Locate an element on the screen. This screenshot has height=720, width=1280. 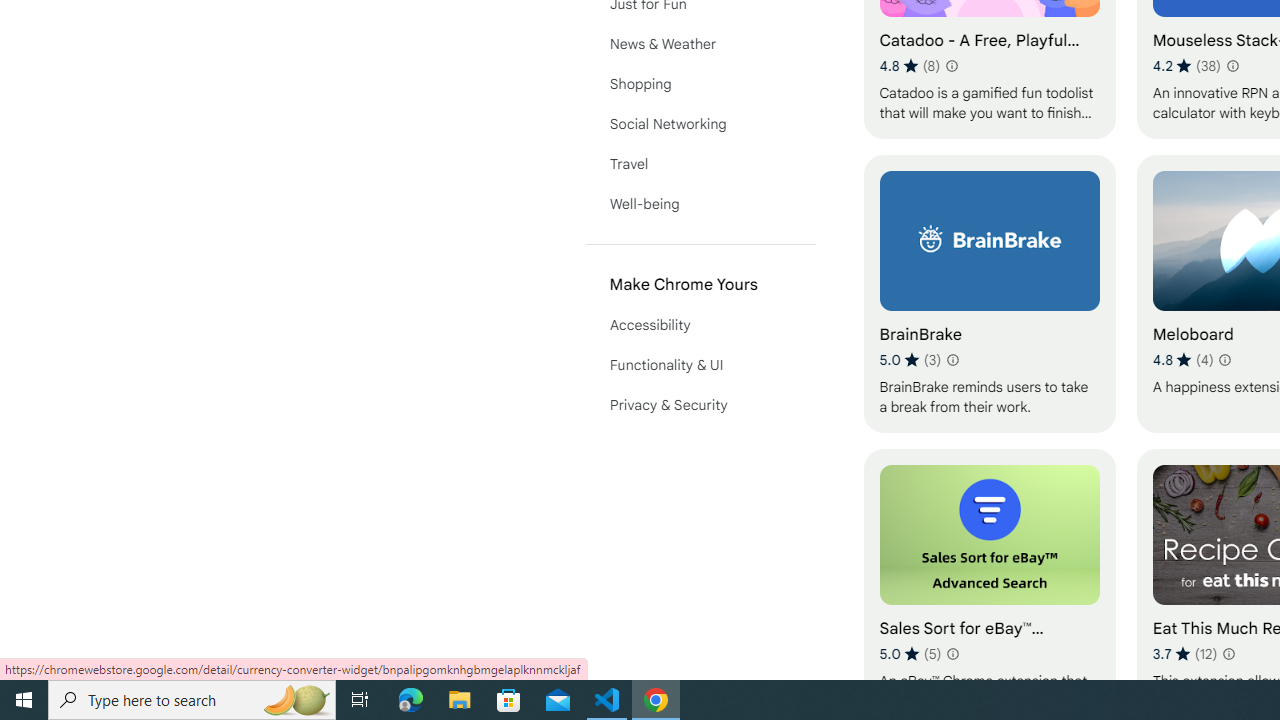
'Average rating 4.8 out of 5 stars. 4 ratings.' is located at coordinates (1182, 360).